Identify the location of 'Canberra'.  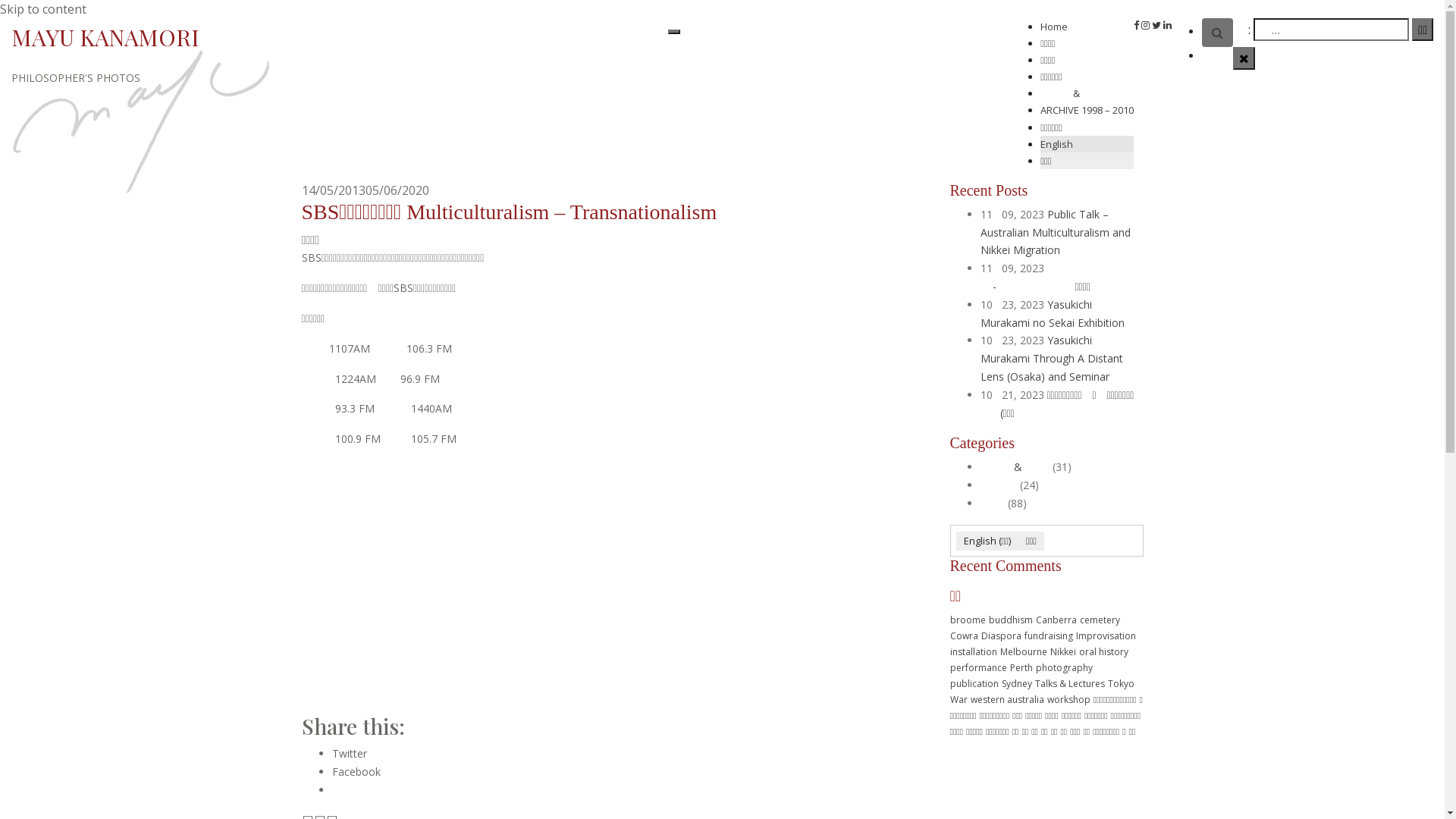
(1055, 620).